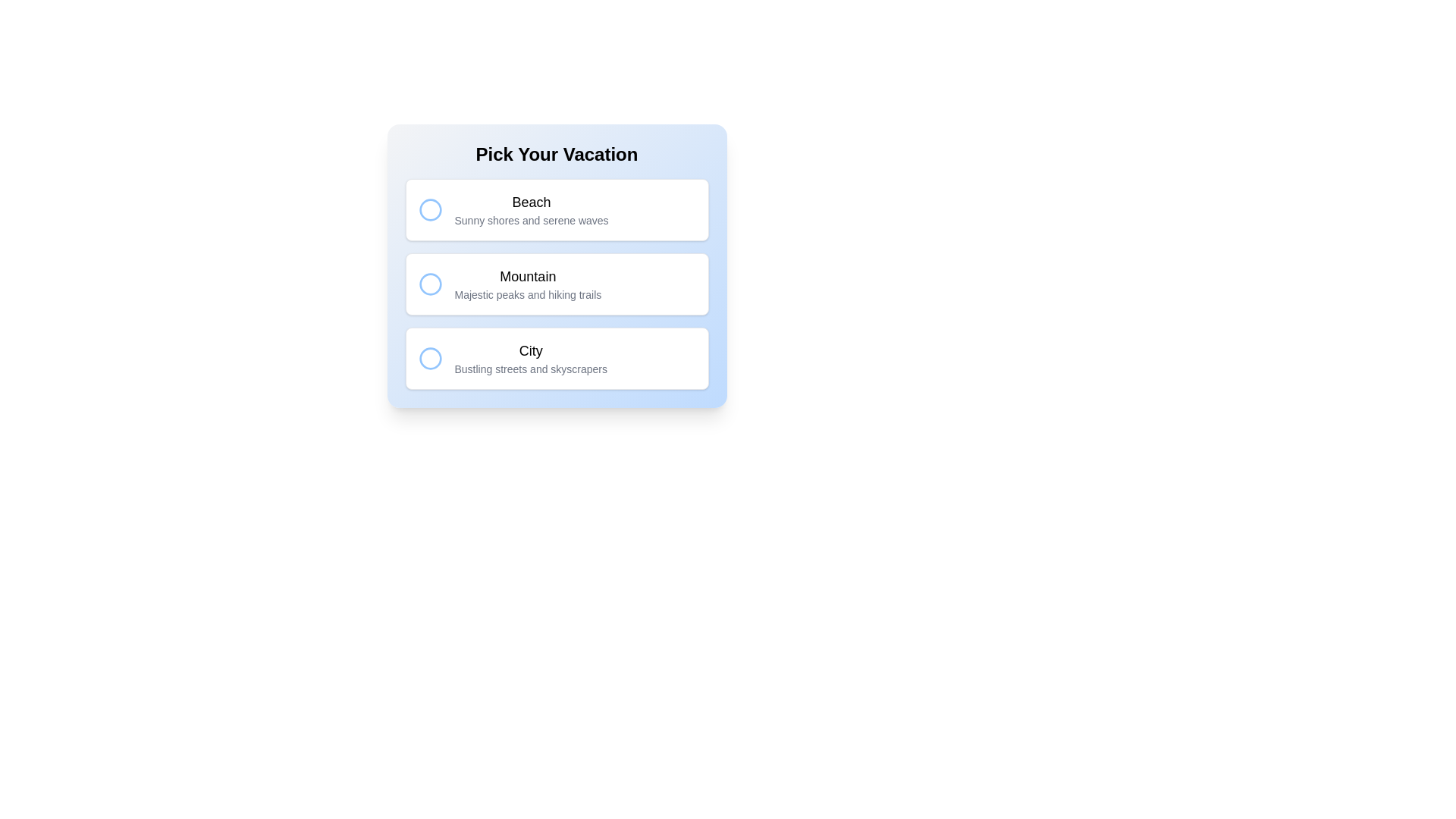 The image size is (1456, 819). Describe the element at coordinates (531, 369) in the screenshot. I see `text label that displays 'Bustling streets and skyscrapers', positioned below the 'City' label` at that location.